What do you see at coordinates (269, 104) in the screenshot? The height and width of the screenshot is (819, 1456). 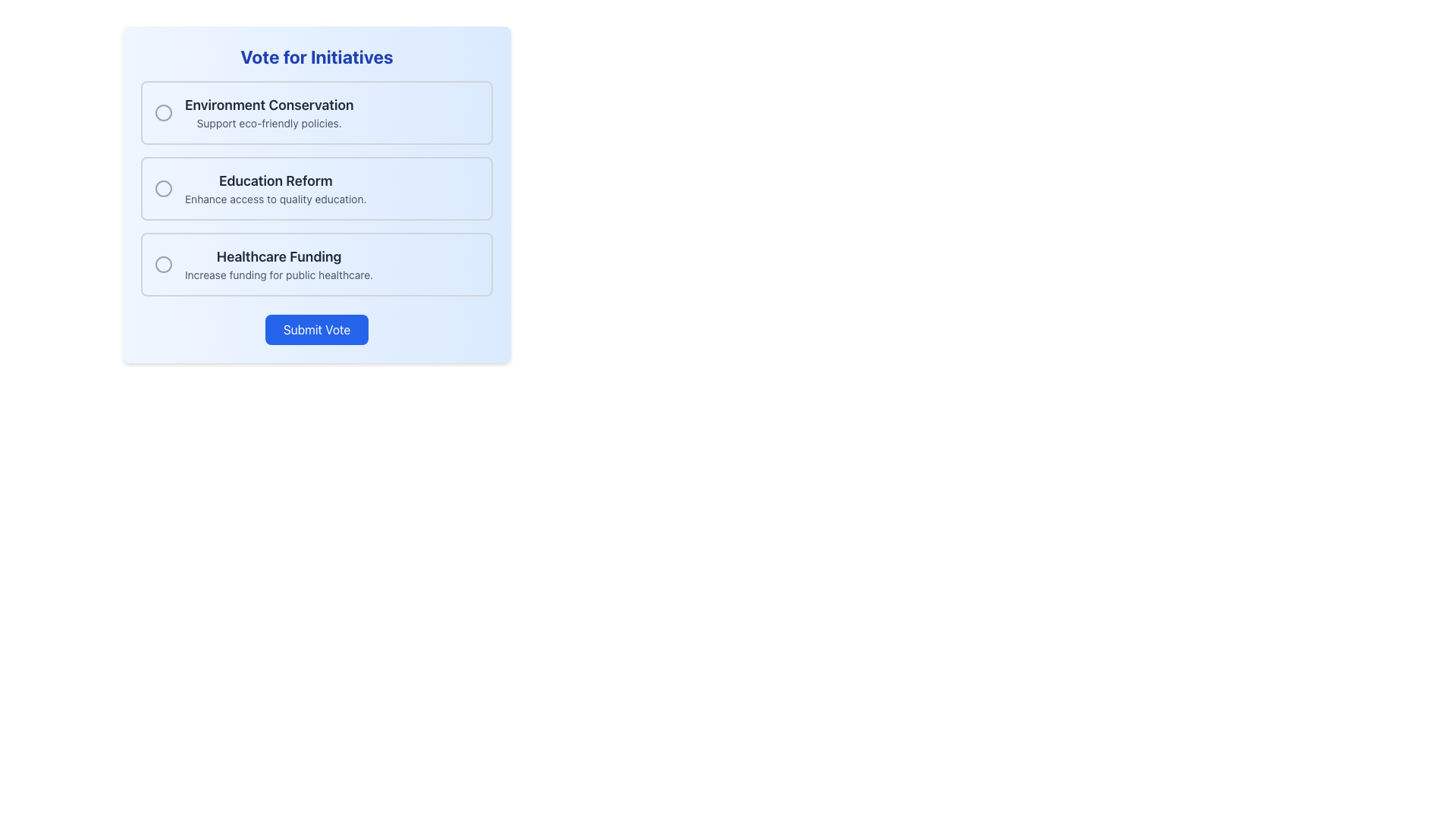 I see `the Text Label that serves as the header for 'Environment Conservation', located at the top of the options list` at bounding box center [269, 104].